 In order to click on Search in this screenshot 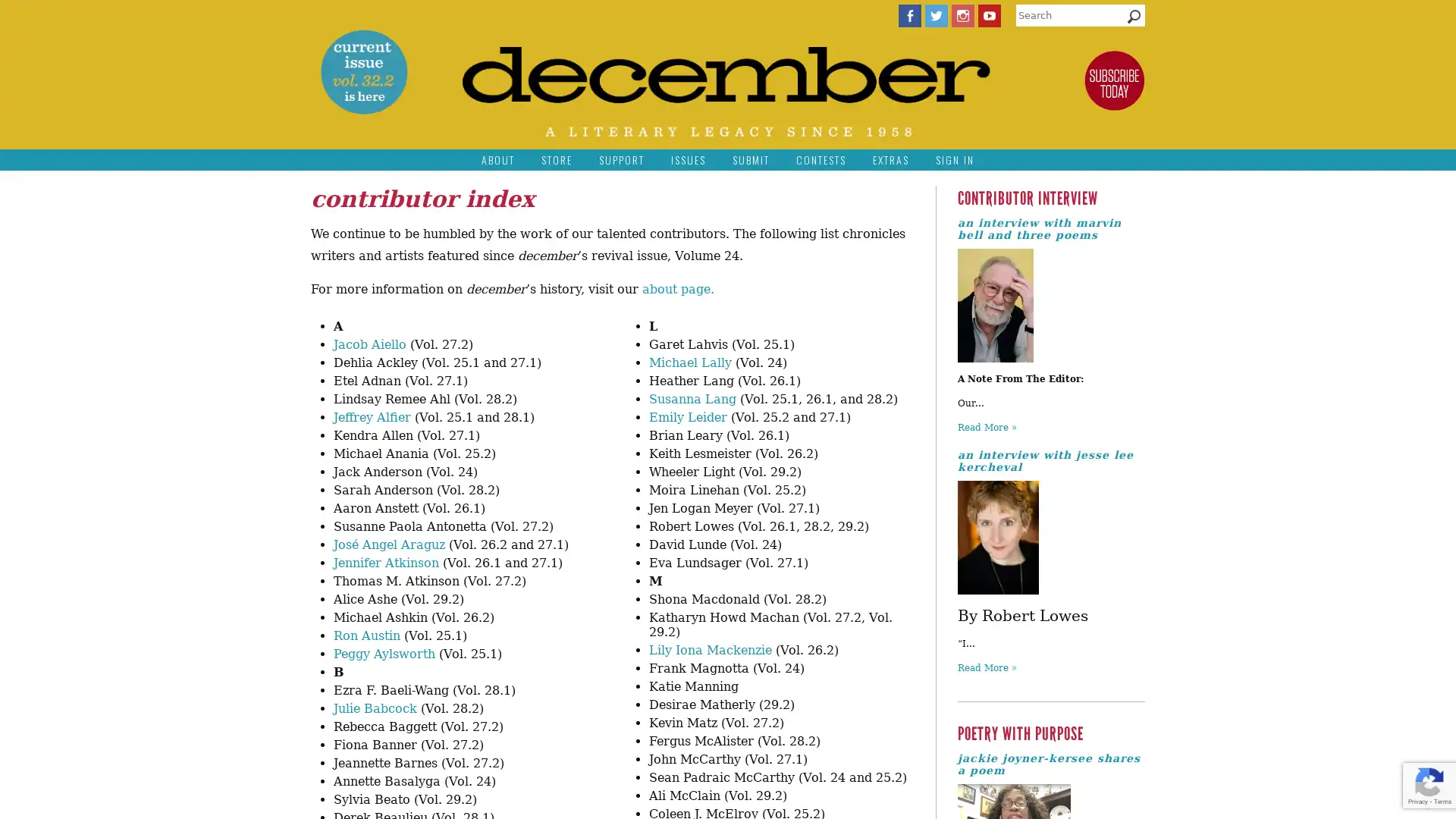, I will do `click(1134, 20)`.